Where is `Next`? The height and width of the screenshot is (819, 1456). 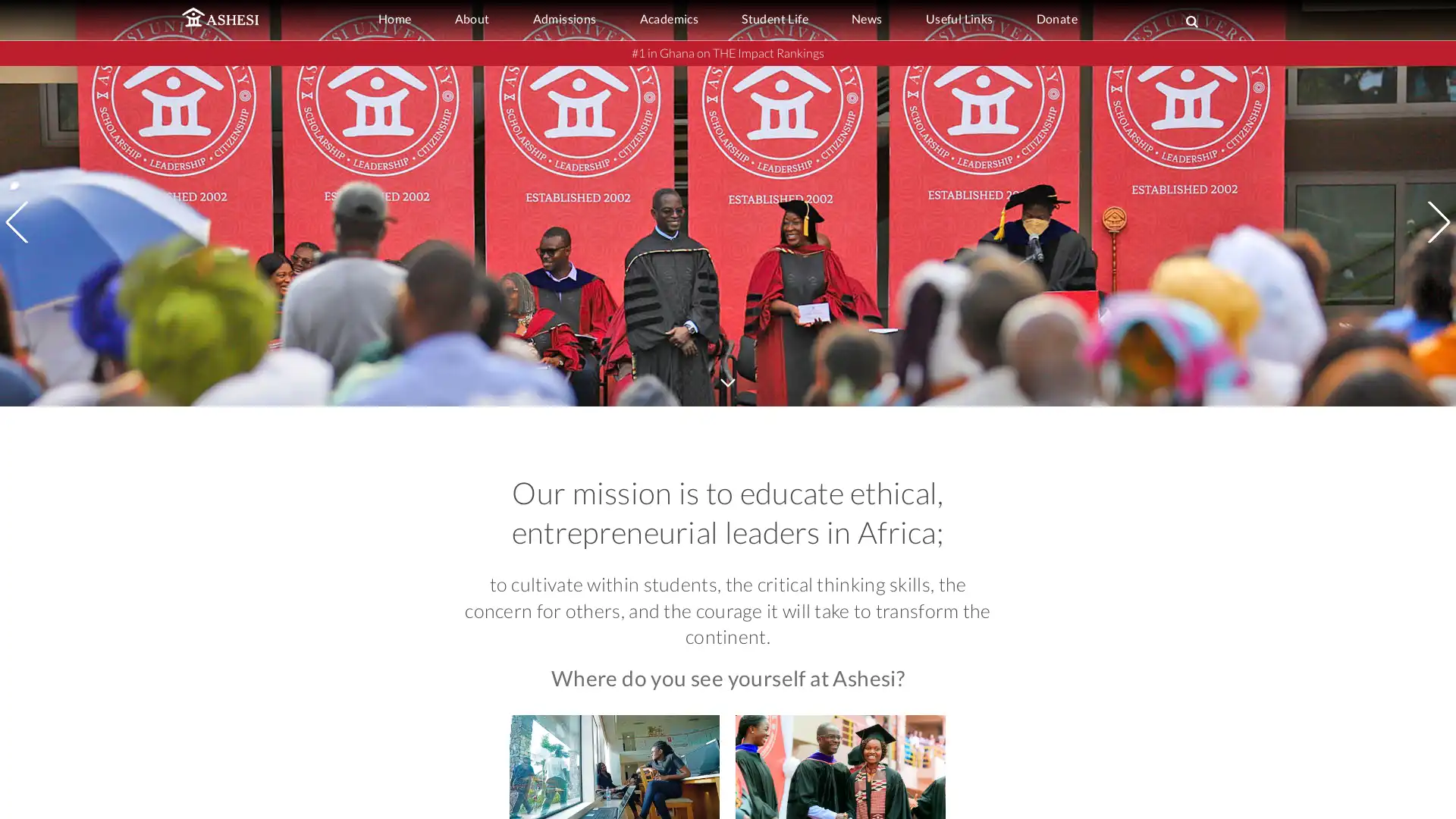
Next is located at coordinates (1428, 428).